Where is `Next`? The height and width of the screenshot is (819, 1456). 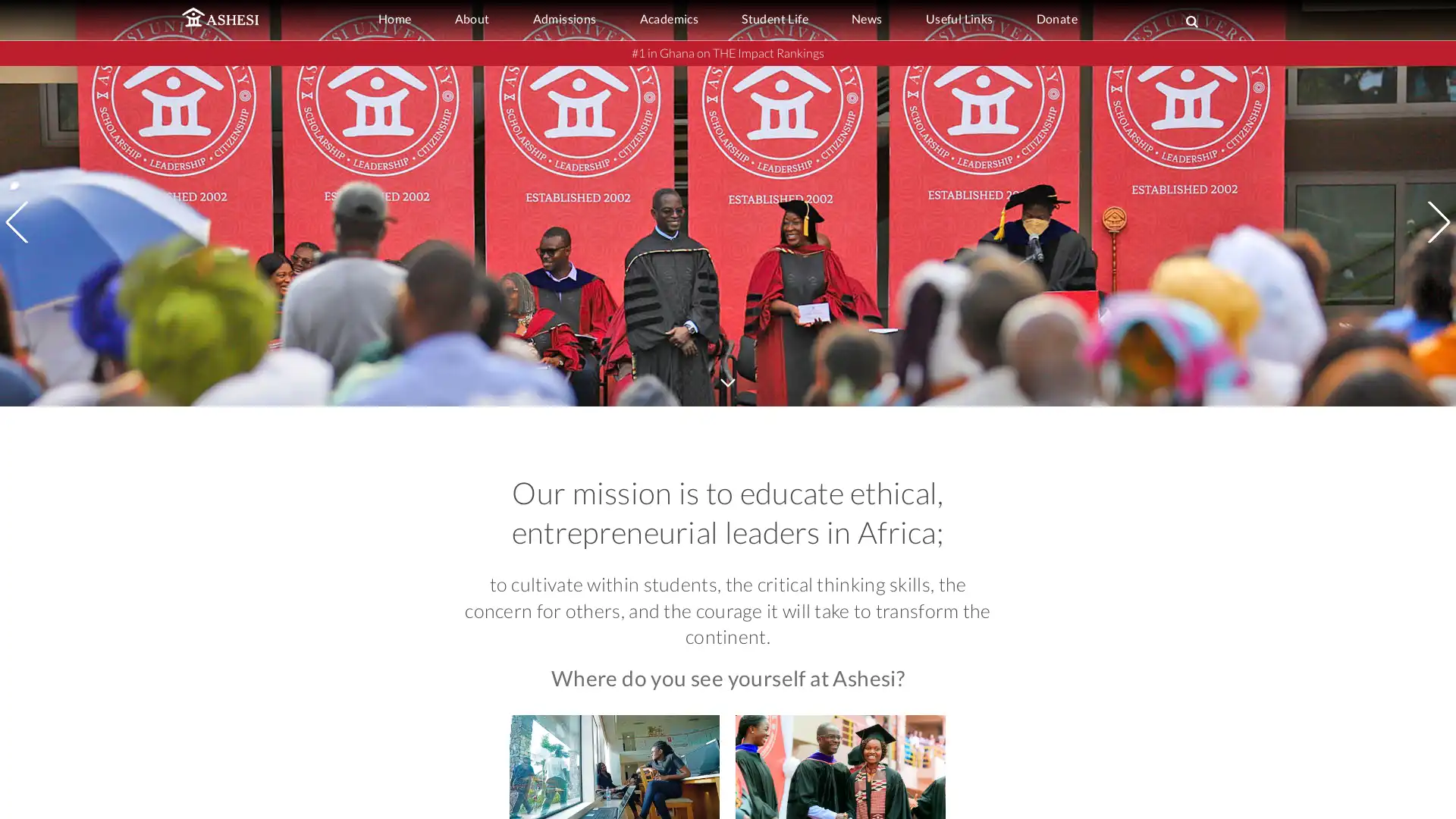
Next is located at coordinates (1428, 428).